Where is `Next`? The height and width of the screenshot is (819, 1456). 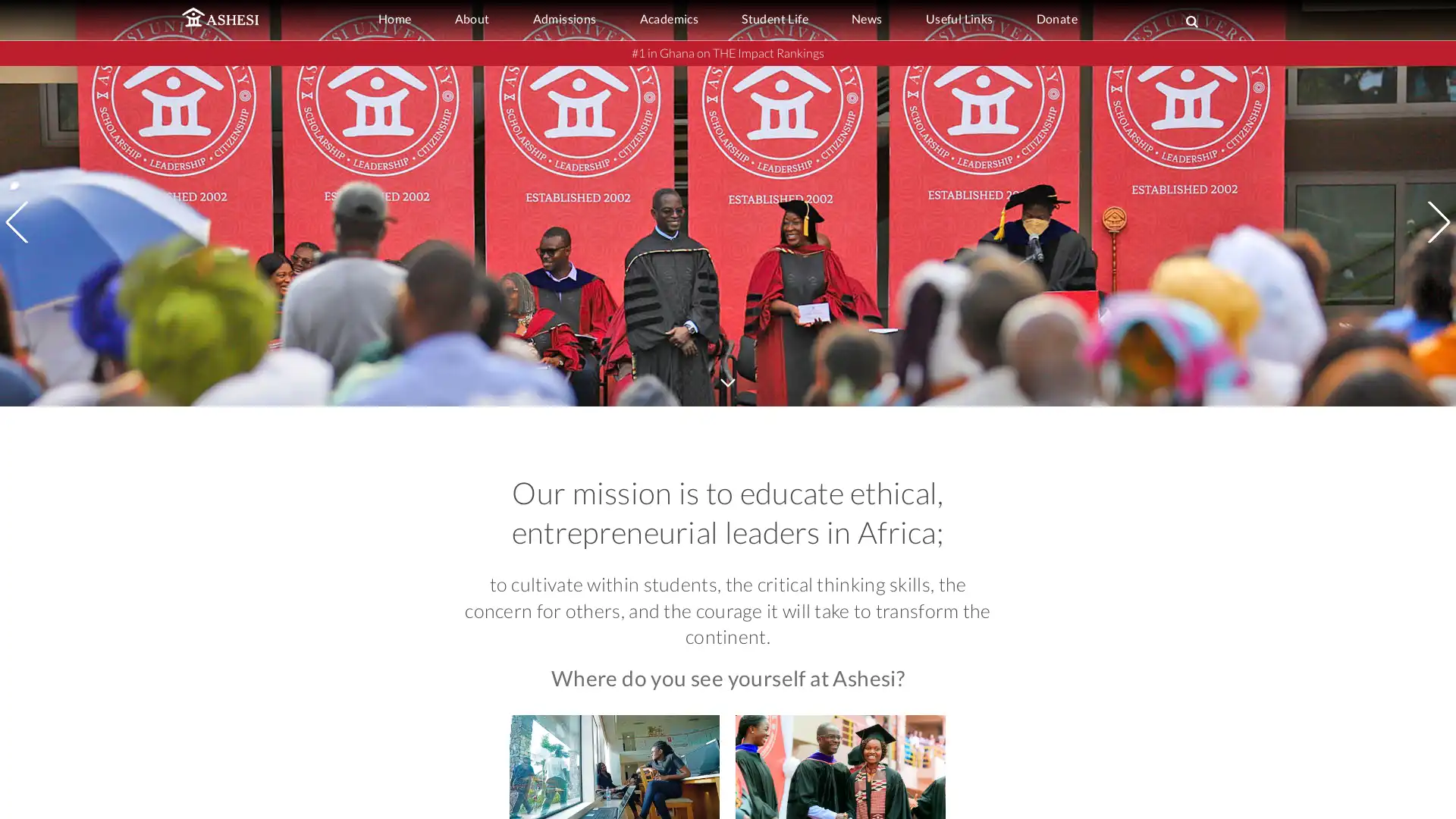
Next is located at coordinates (1428, 428).